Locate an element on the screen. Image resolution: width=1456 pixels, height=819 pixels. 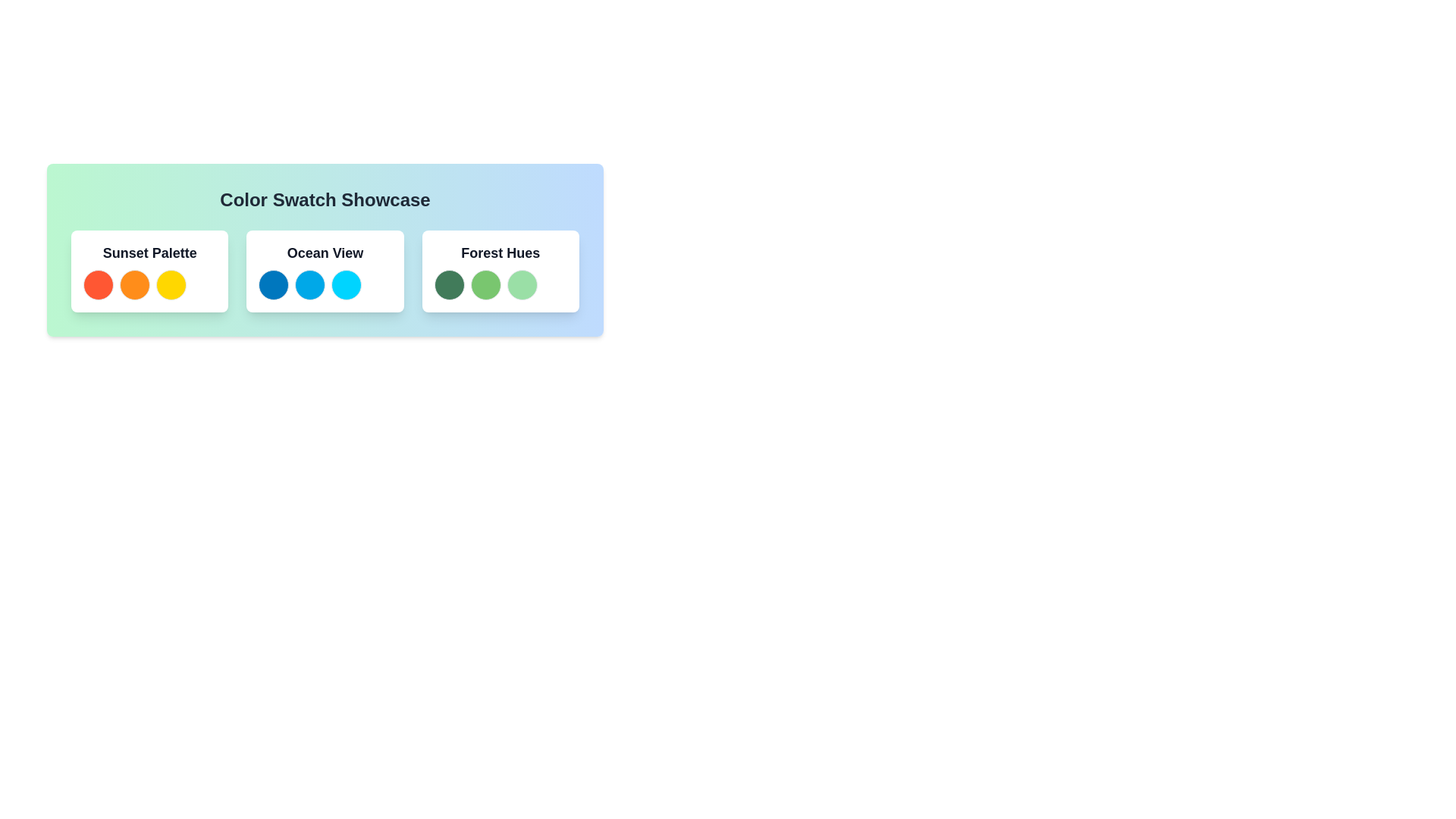
the bright cyan circular color swatch located in the 'Ocean View' section is located at coordinates (346, 284).